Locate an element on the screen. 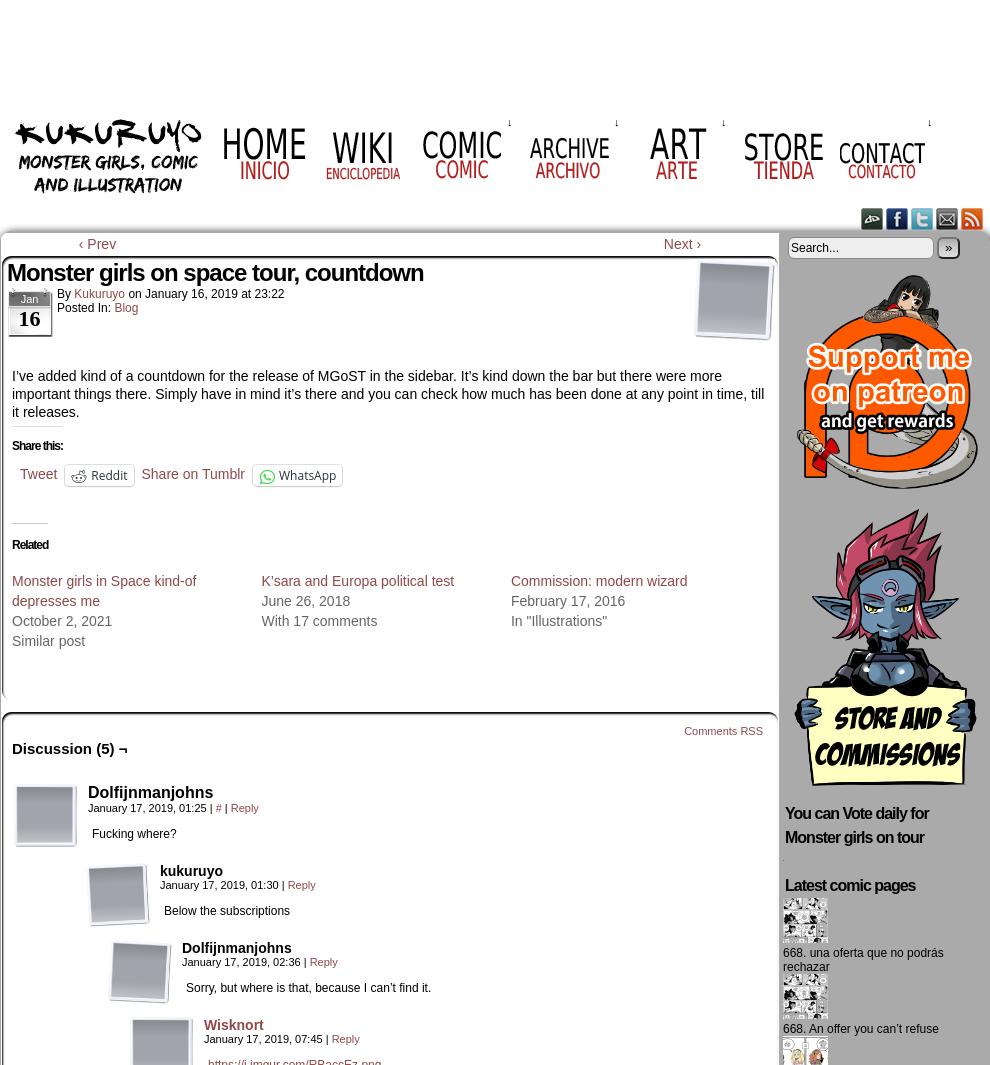 The image size is (990, 1065). '668. una oferta que no podrás rechazar' is located at coordinates (862, 959).